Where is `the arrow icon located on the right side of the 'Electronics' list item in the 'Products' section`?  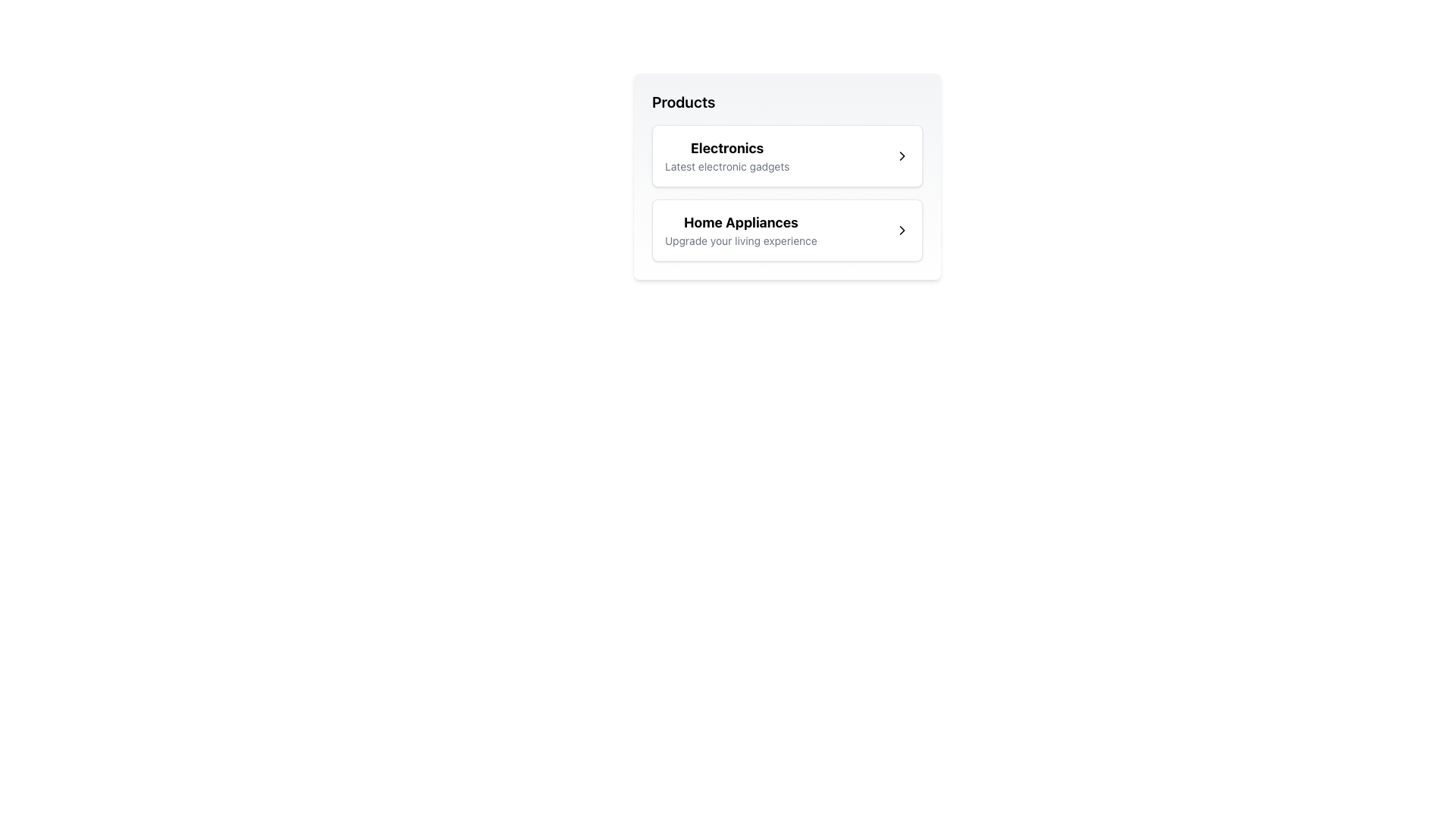
the arrow icon located on the right side of the 'Electronics' list item in the 'Products' section is located at coordinates (902, 155).